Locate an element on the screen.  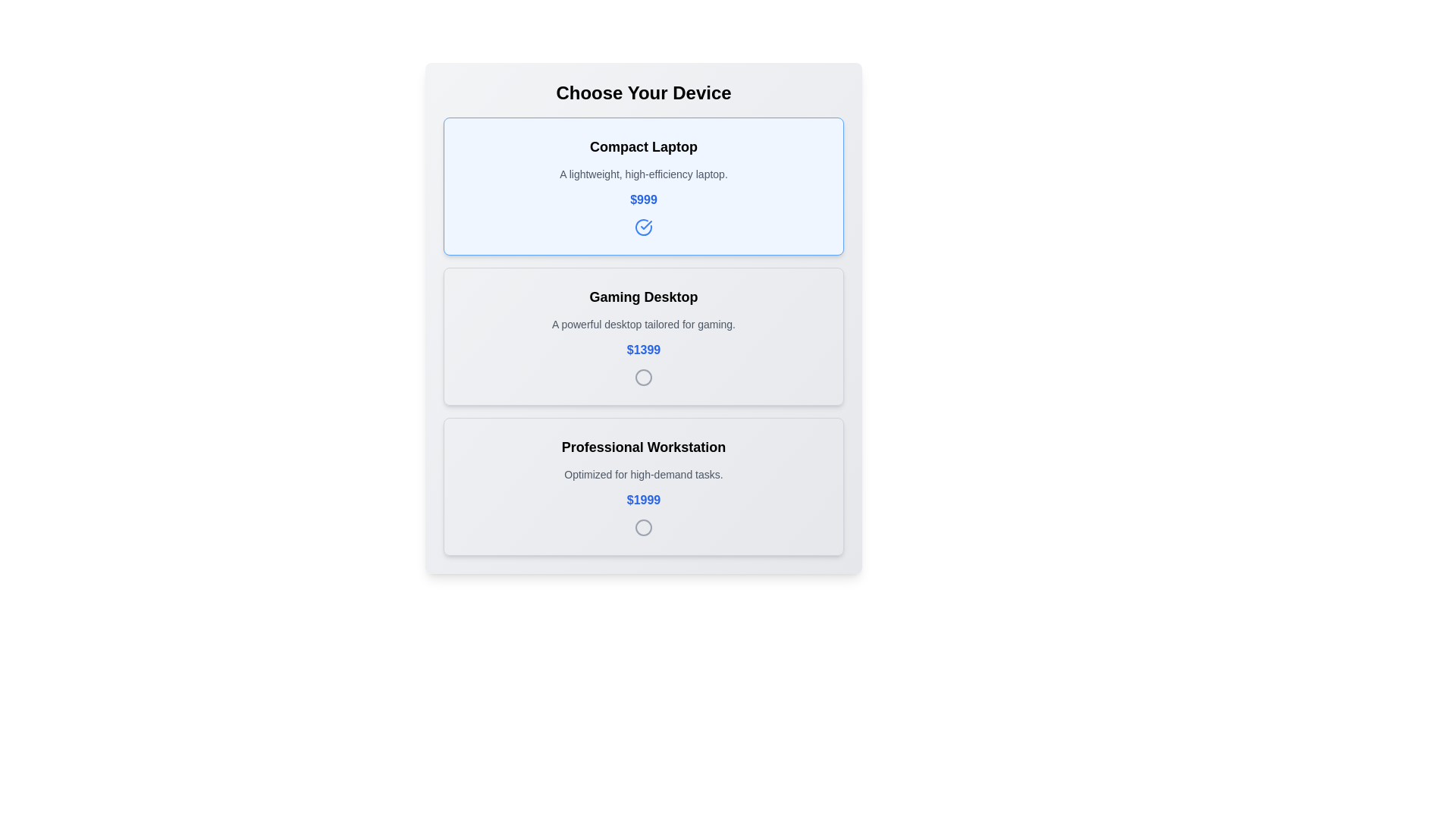
the 'Professional Workstation' card, which is the third card in a vertically stacked list is located at coordinates (644, 486).